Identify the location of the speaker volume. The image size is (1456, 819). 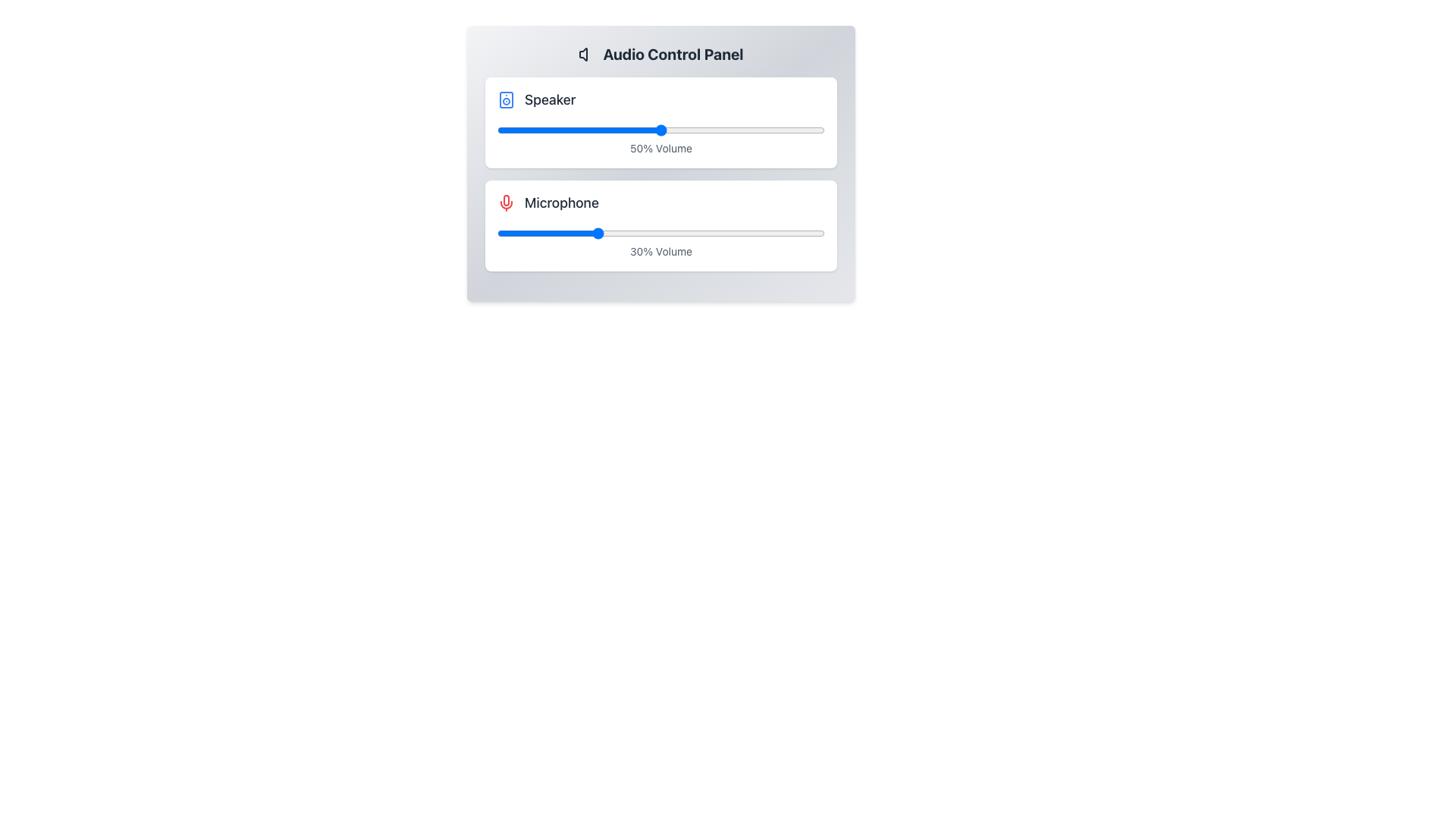
(706, 130).